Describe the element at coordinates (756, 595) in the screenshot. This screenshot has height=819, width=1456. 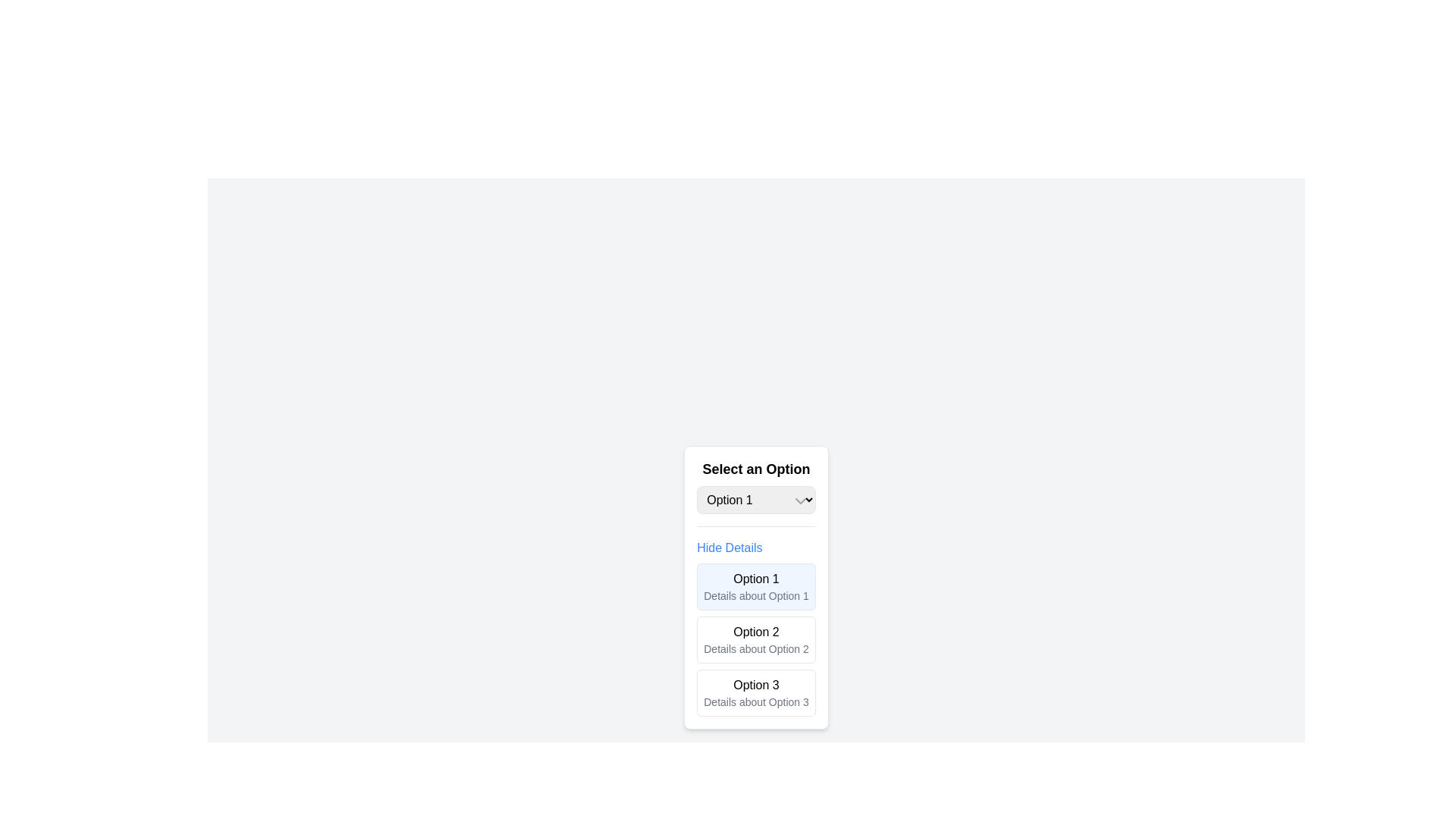
I see `the text label displaying 'Details about Option 1', which is styled with gray color and located below the 'Option 1' heading within its containing card` at that location.